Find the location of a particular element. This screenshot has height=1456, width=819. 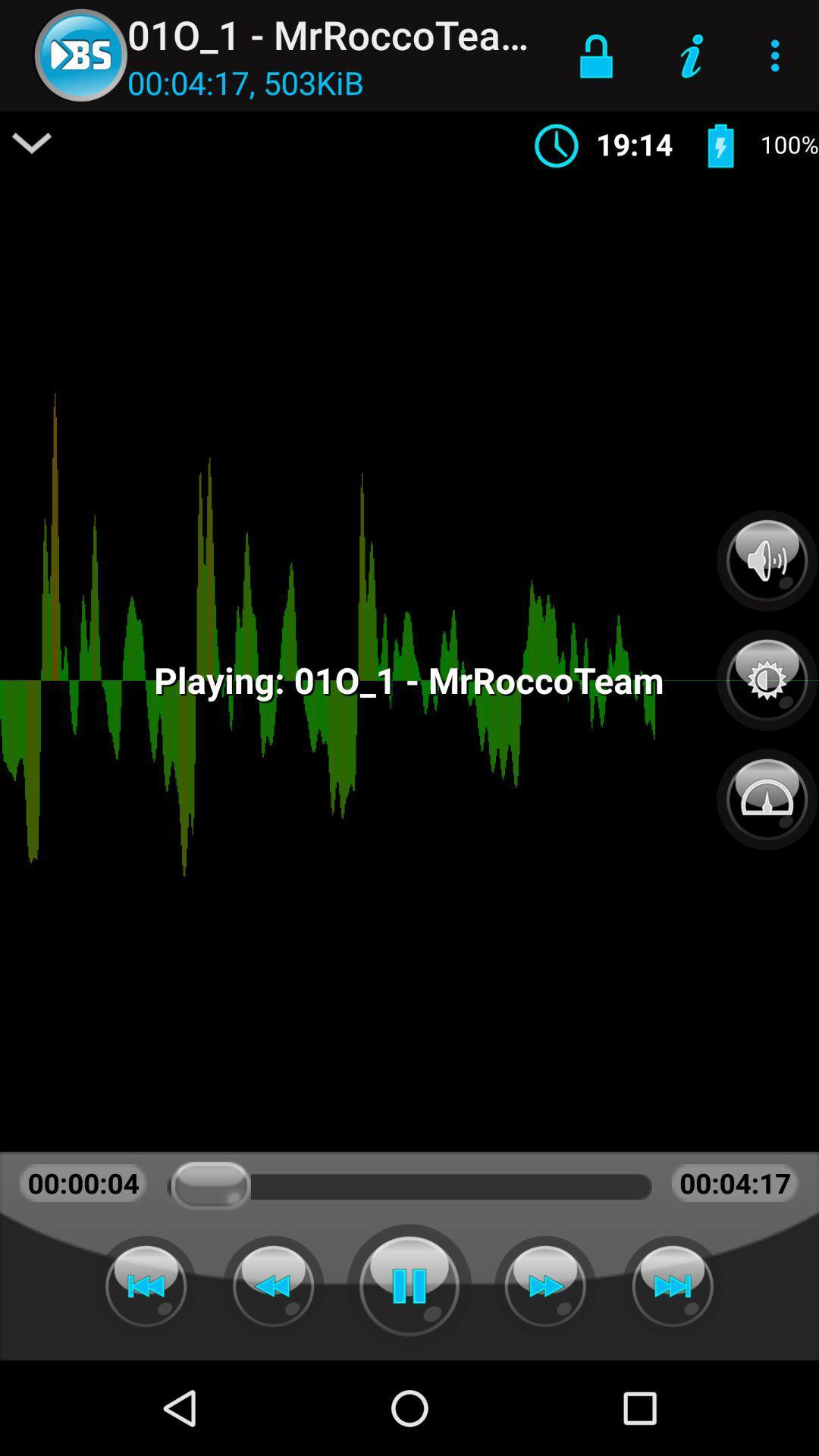

item above the 00:00:05 is located at coordinates (32, 143).